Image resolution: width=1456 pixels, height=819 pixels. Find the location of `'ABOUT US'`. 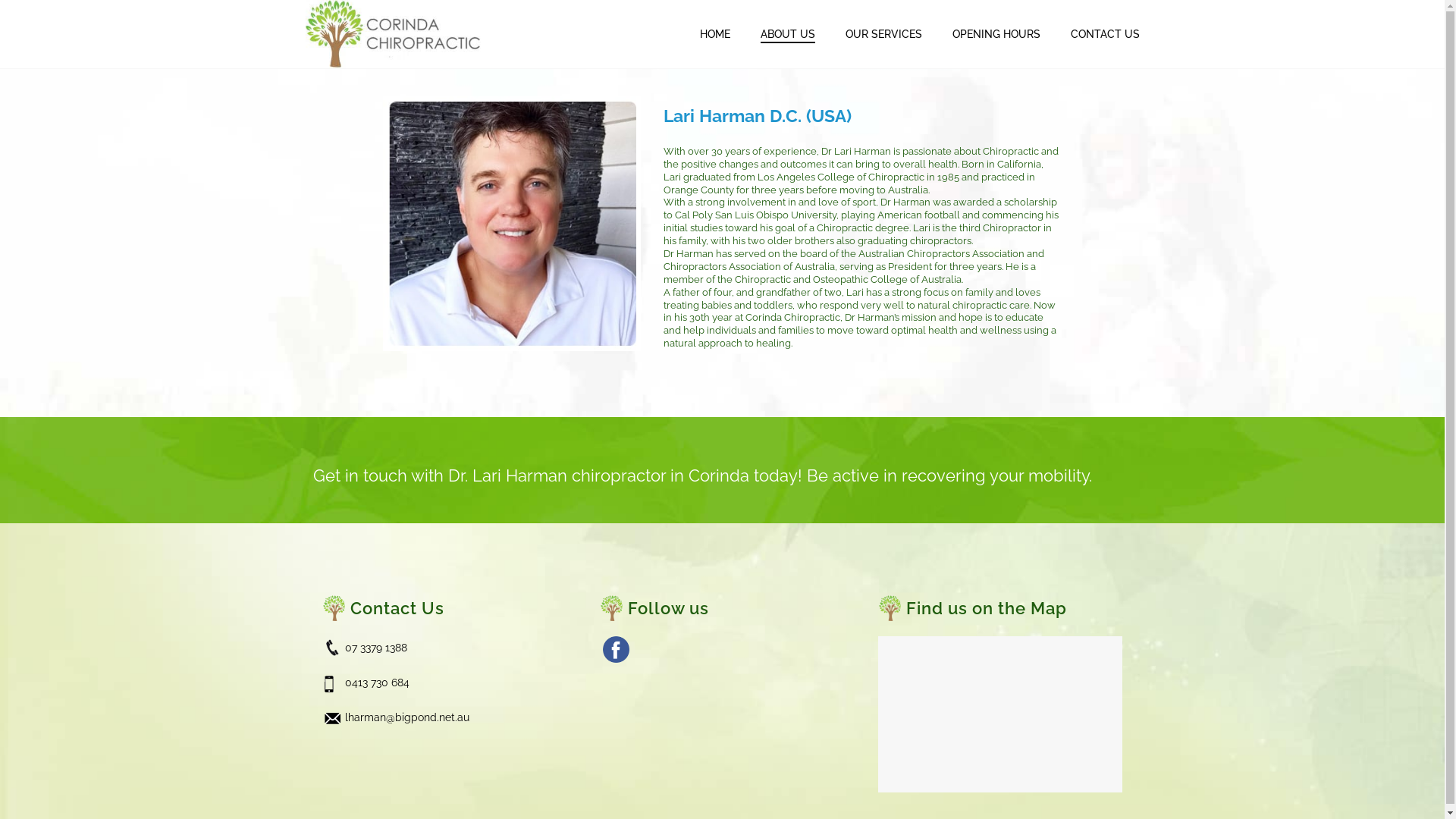

'ABOUT US' is located at coordinates (786, 34).